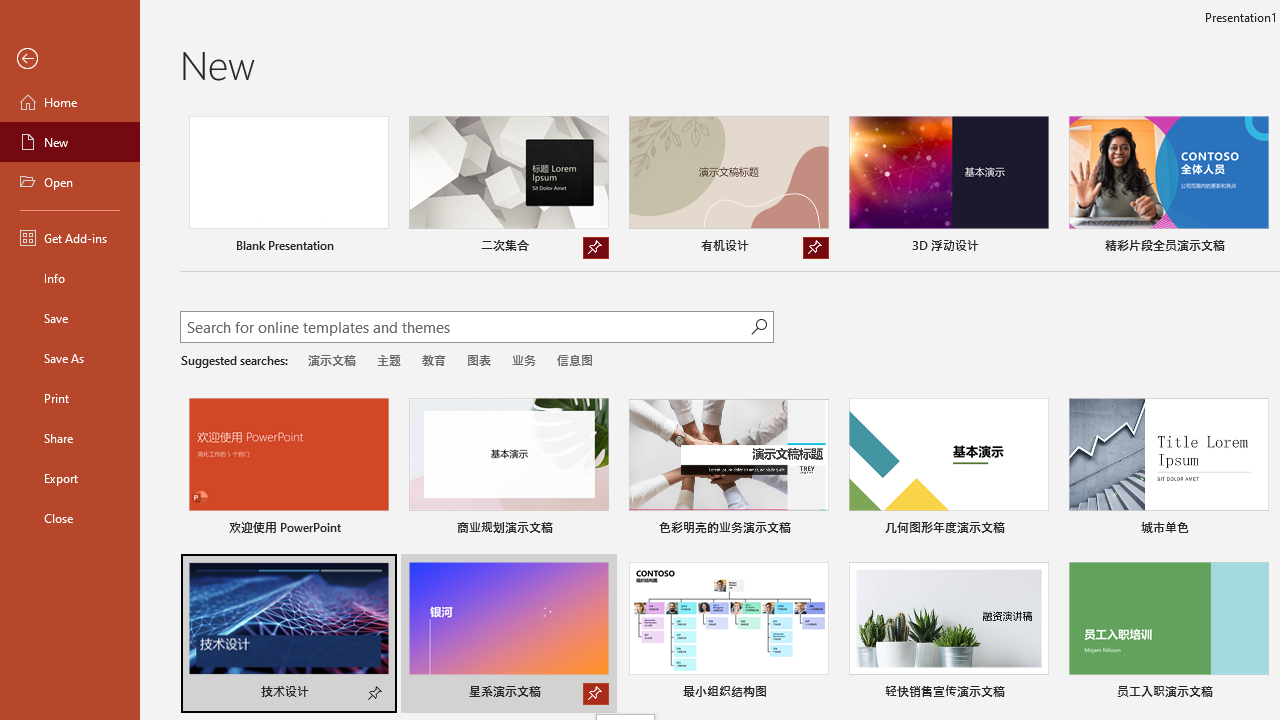 The image size is (1280, 720). I want to click on 'Export', so click(69, 478).